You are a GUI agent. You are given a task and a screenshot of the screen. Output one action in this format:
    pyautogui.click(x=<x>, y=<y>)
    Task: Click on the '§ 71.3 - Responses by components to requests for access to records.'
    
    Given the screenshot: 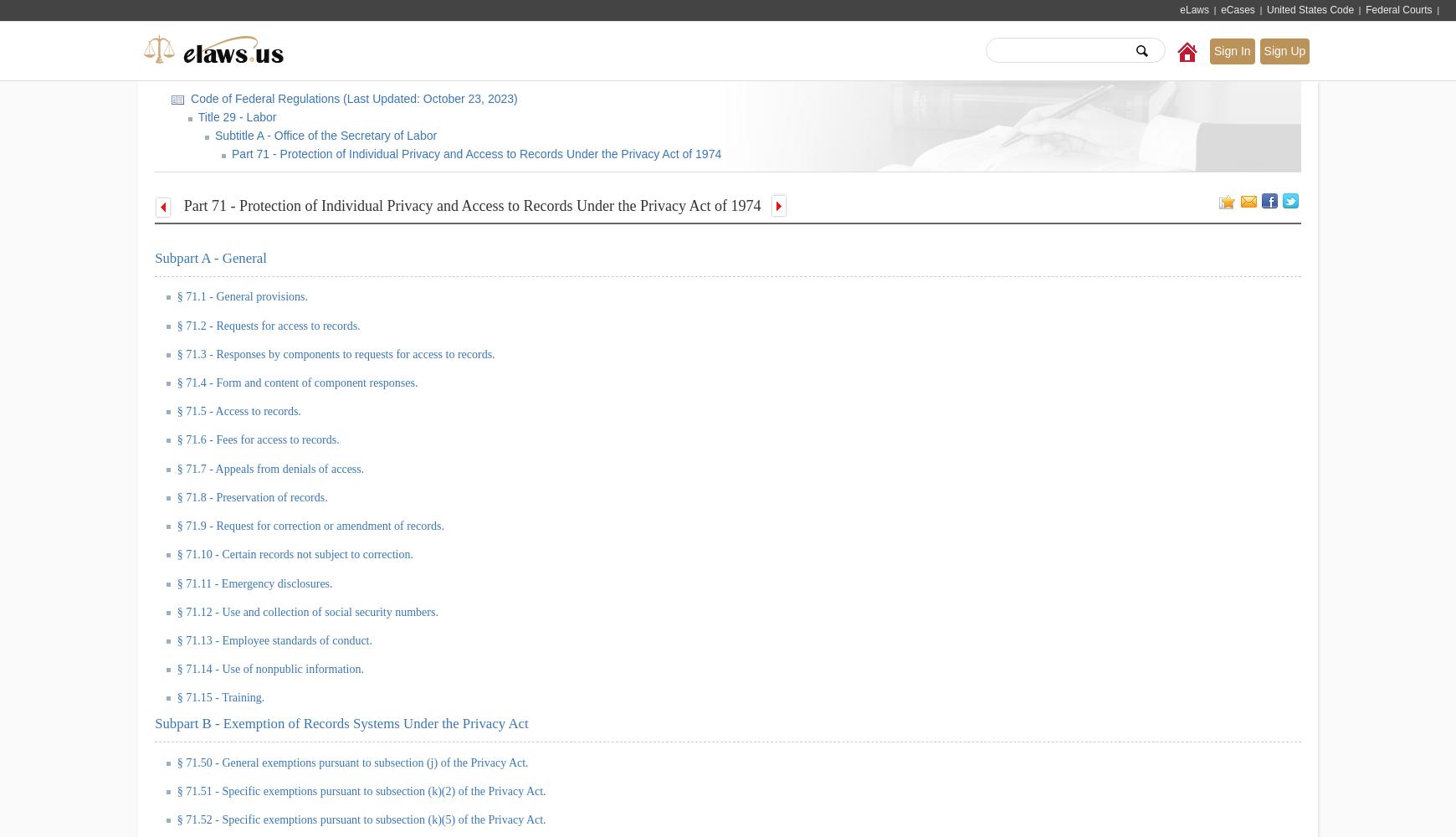 What is the action you would take?
    pyautogui.click(x=336, y=353)
    